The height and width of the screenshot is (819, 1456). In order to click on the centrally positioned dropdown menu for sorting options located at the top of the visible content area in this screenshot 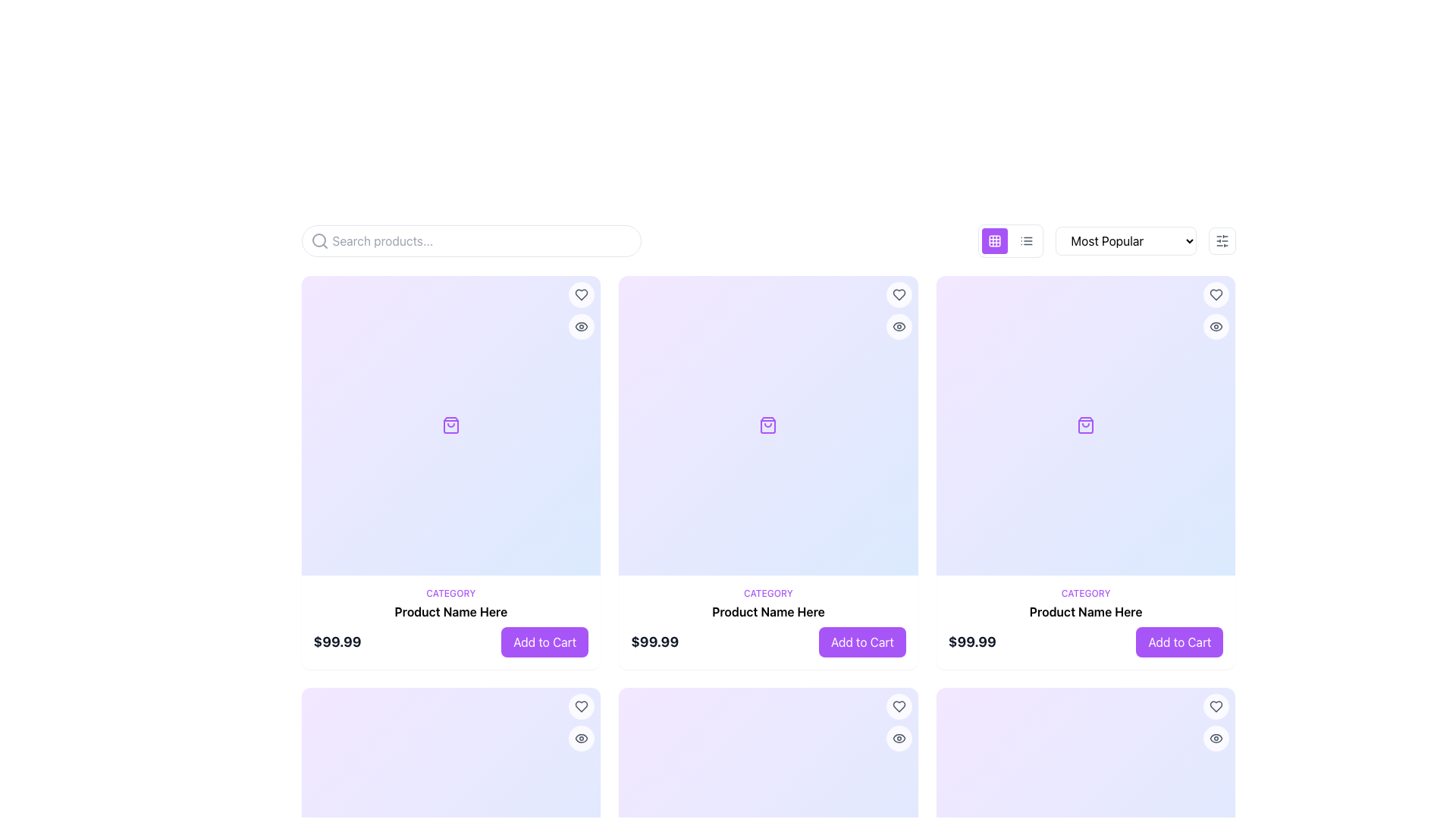, I will do `click(1106, 240)`.